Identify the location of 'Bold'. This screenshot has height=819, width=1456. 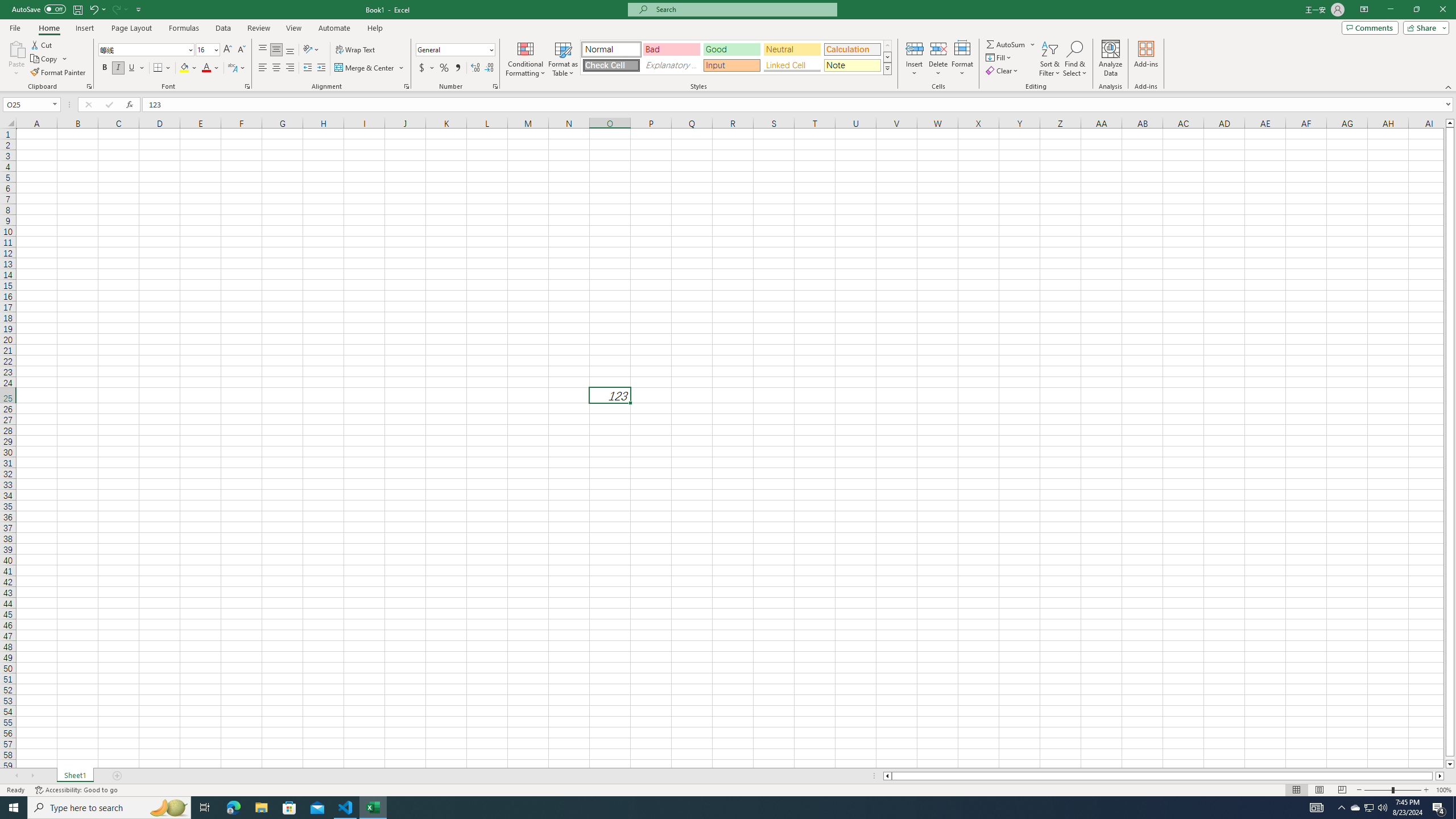
(104, 67).